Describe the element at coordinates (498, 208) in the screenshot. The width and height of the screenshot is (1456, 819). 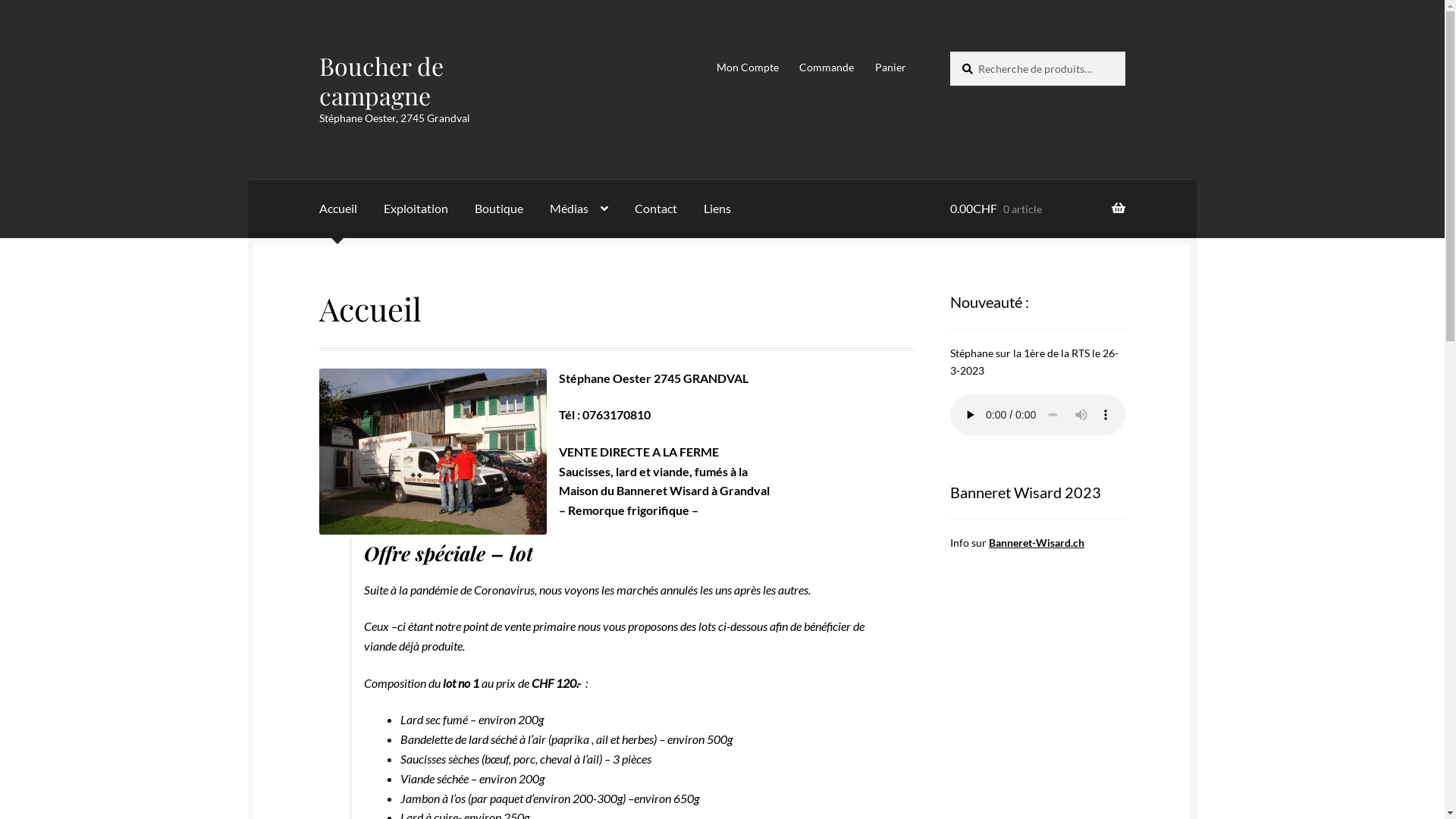
I see `'Boutique'` at that location.